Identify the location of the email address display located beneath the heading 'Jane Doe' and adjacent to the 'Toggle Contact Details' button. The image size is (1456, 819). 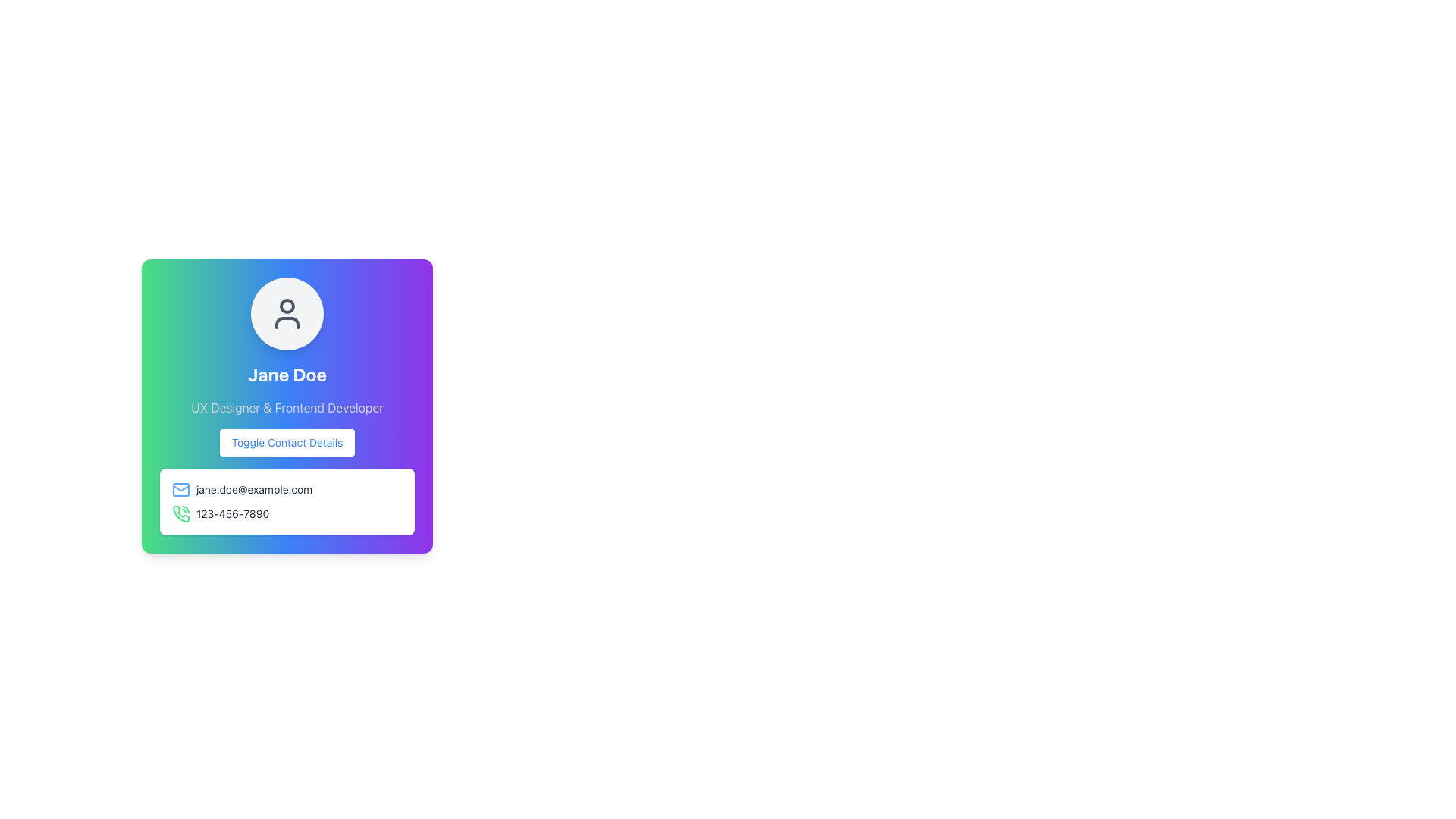
(254, 489).